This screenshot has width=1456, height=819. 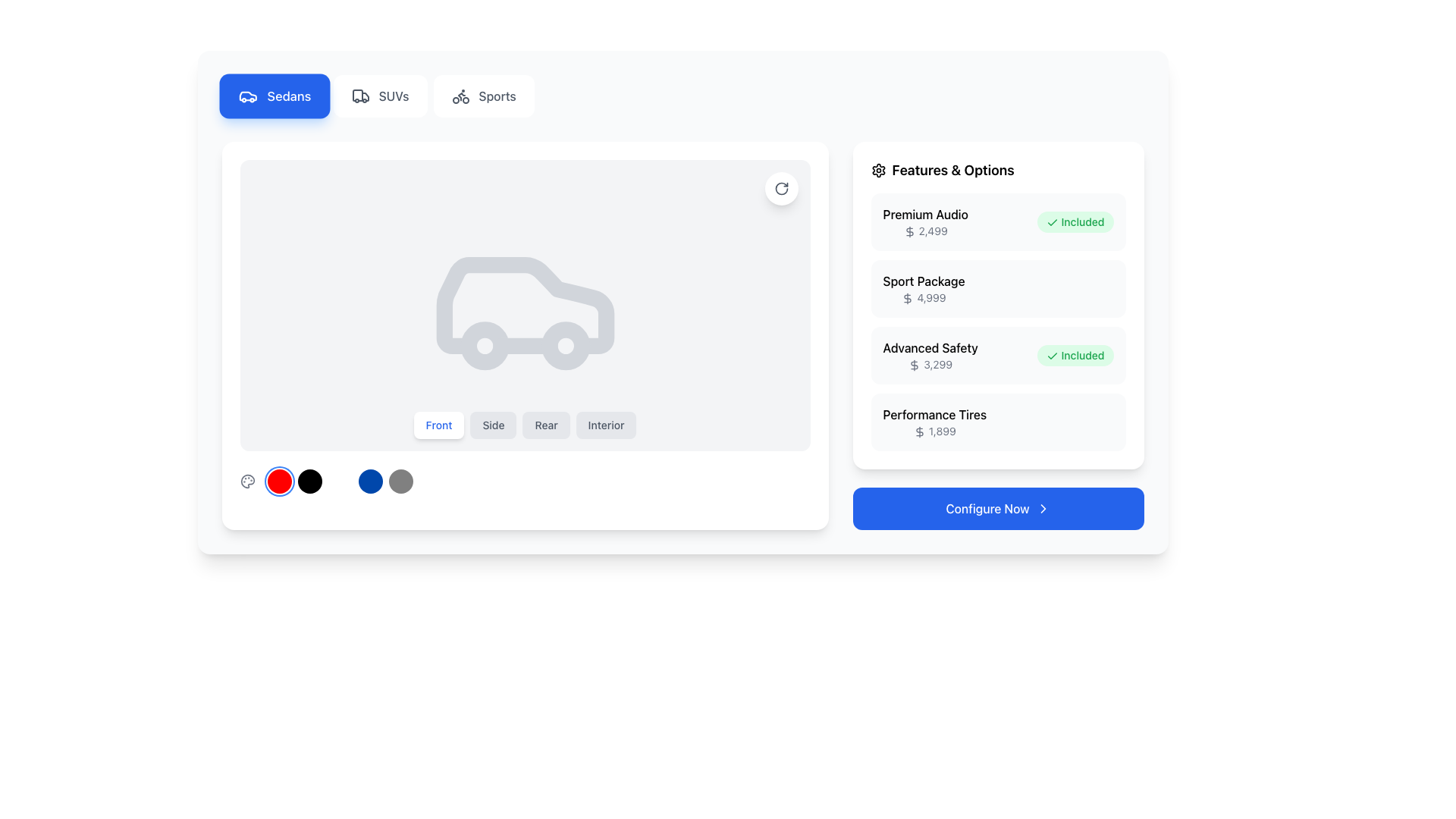 What do you see at coordinates (878, 170) in the screenshot?
I see `the settings icon resembling a gear, located to the left of the 'Features & Options' header` at bounding box center [878, 170].